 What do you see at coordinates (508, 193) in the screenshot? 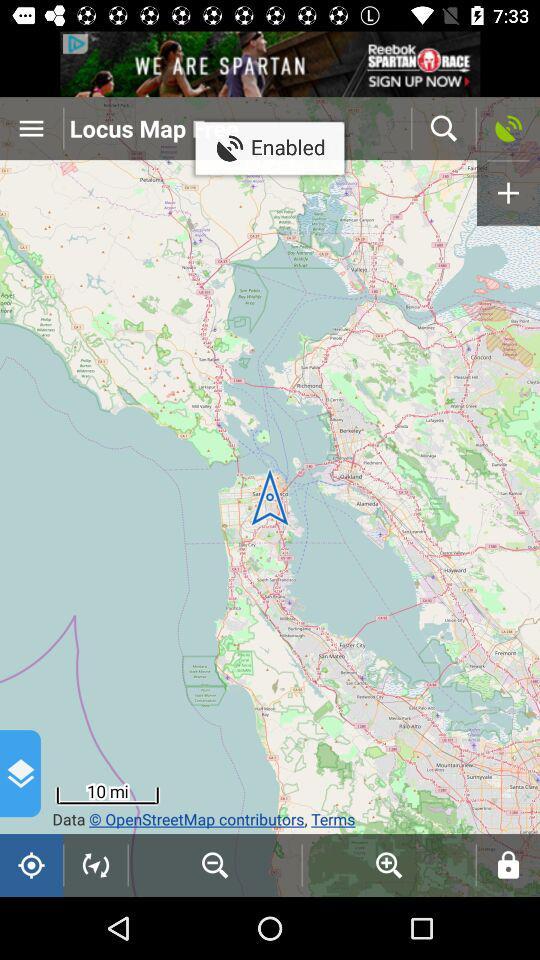
I see `the add icon` at bounding box center [508, 193].